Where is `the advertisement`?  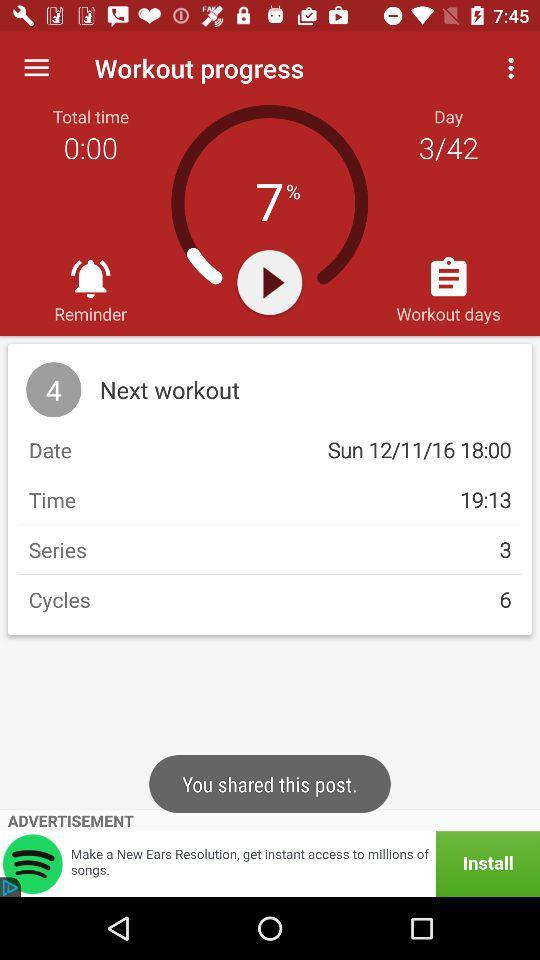 the advertisement is located at coordinates (270, 863).